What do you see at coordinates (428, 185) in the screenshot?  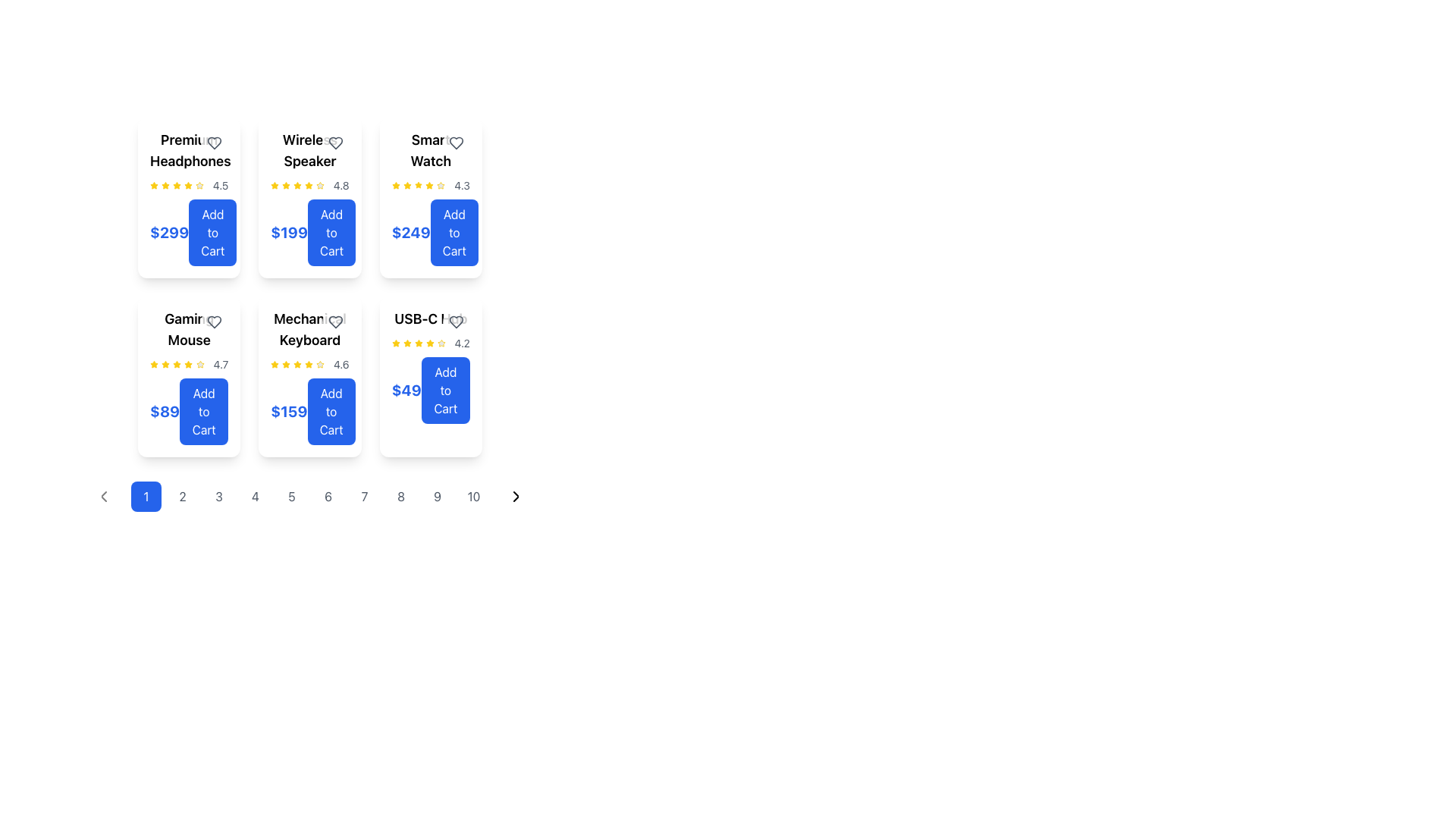 I see `the yellow star icon representing an active rating for the 'Smart Watch' product, which is the sixth star in a sequence of rating stars` at bounding box center [428, 185].